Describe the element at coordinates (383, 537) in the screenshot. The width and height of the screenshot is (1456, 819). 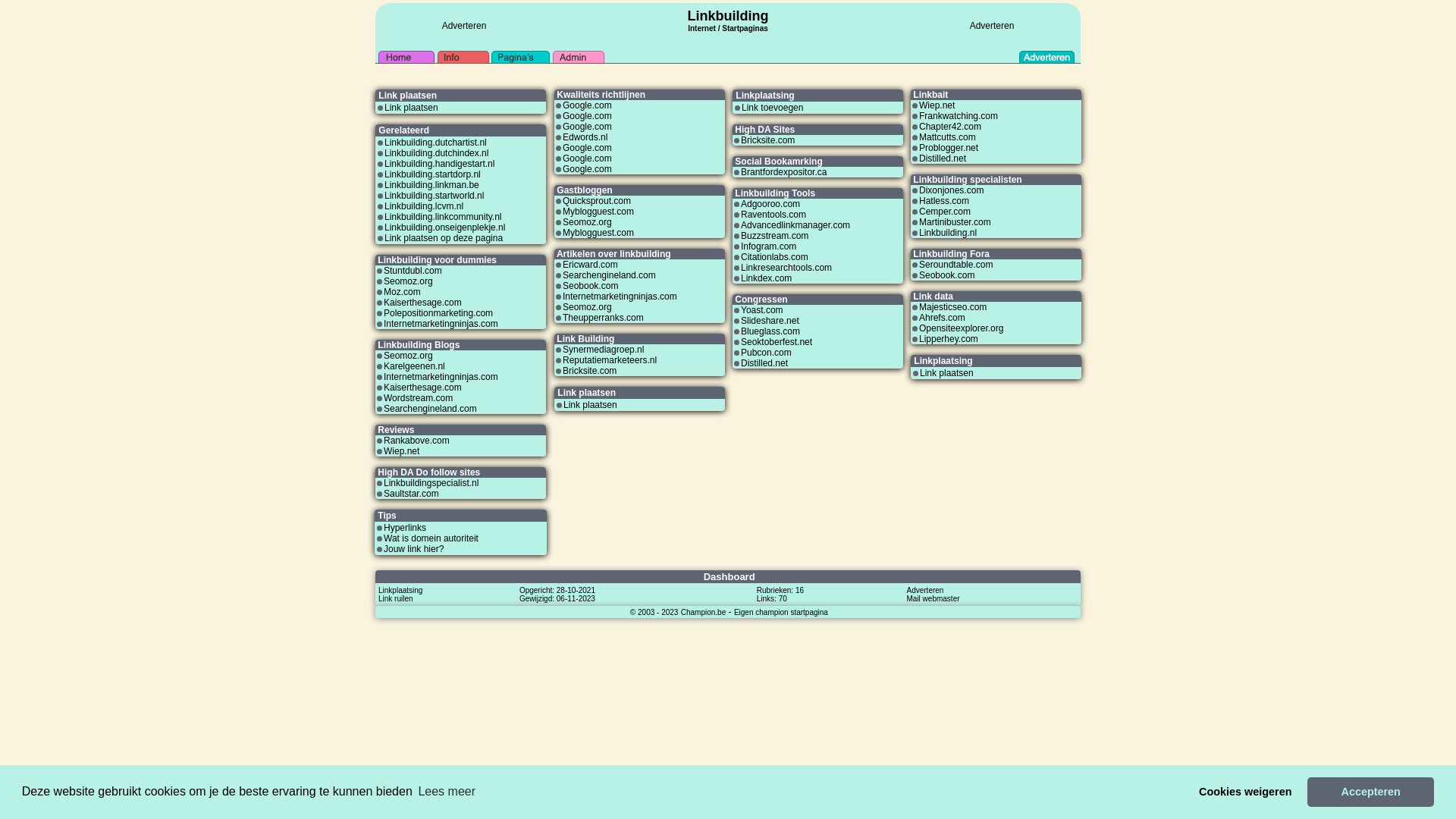
I see `'Wat is domein autoriteit'` at that location.